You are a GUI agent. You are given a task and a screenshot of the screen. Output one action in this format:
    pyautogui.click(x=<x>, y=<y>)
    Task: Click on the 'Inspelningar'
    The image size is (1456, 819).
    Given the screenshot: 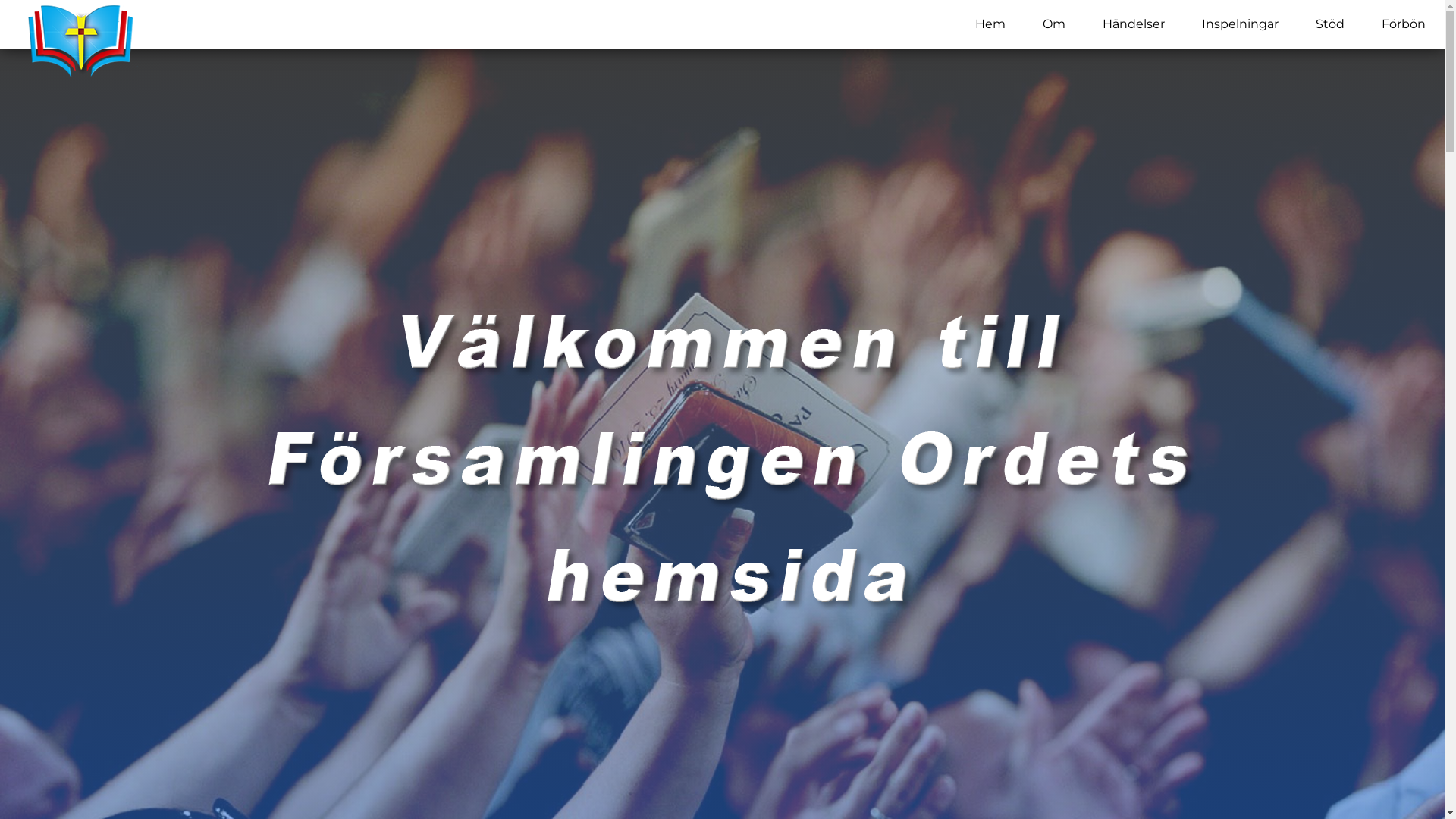 What is the action you would take?
    pyautogui.click(x=1240, y=24)
    